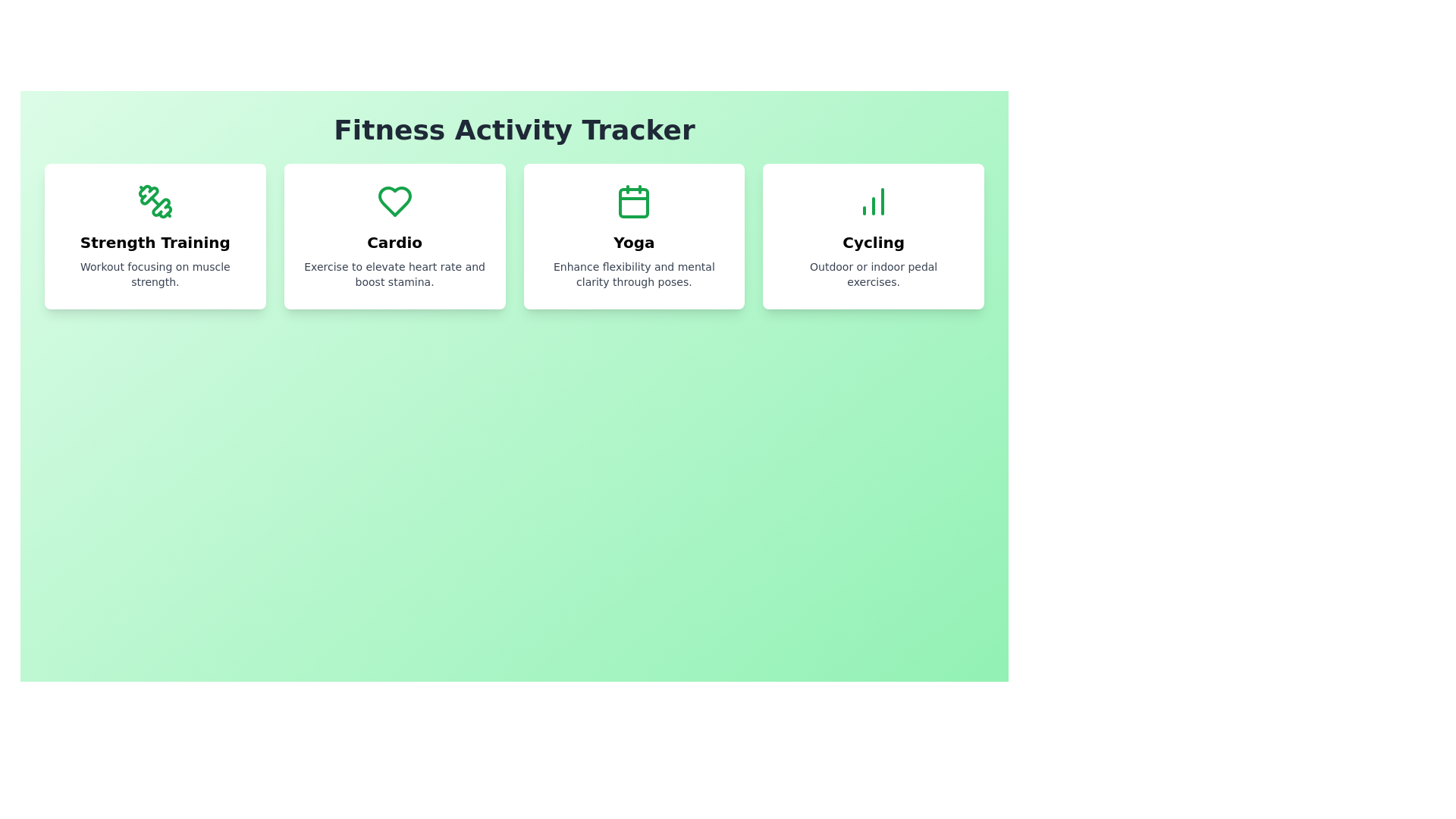  I want to click on the text display element that reads 'Workout focusing on muscle strength,' which is located below the heading 'Strength Training' in the leftmost white card, so click(155, 275).